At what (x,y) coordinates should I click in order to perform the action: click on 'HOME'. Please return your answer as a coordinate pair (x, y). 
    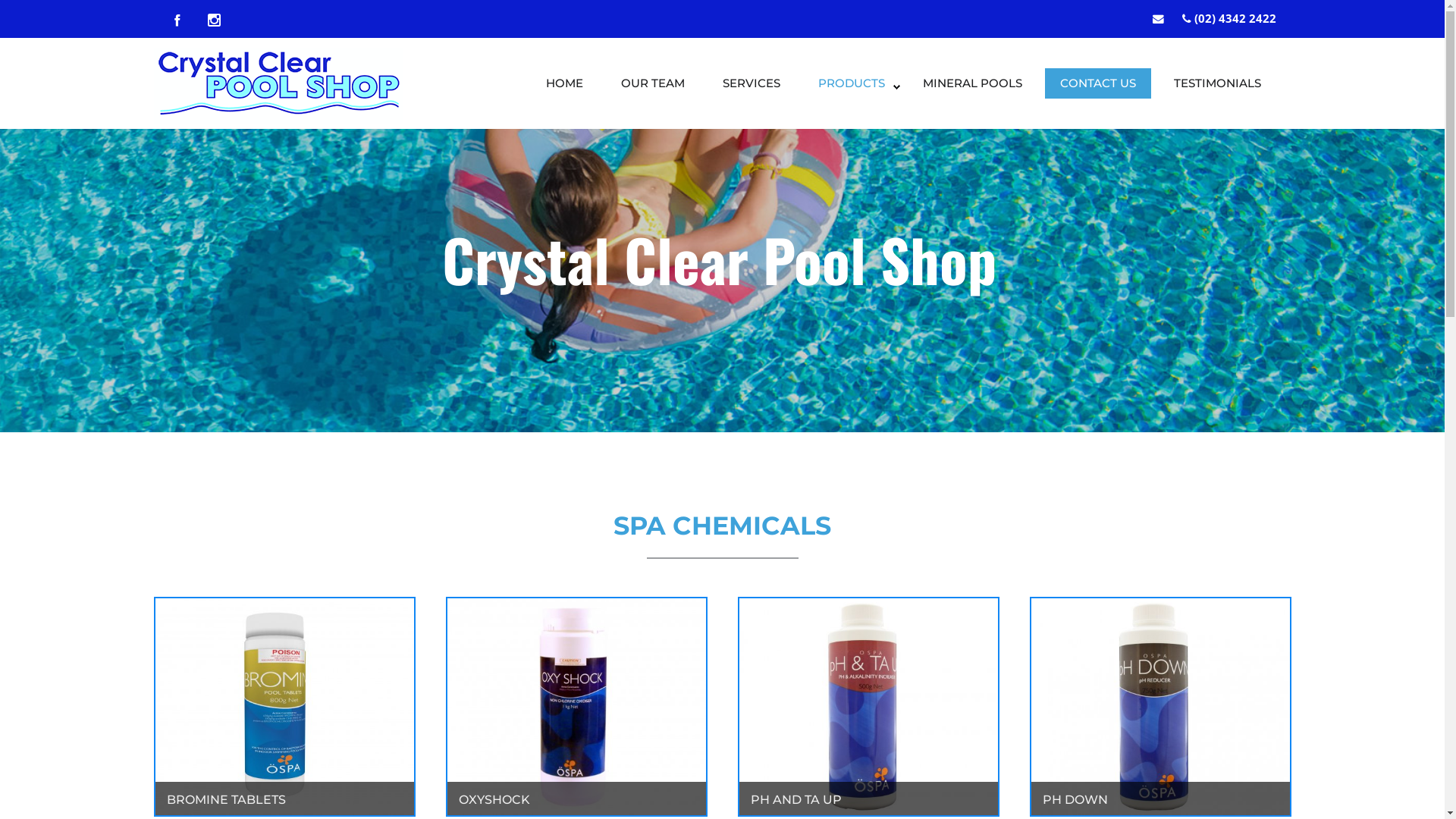
    Looking at the image, I should click on (563, 83).